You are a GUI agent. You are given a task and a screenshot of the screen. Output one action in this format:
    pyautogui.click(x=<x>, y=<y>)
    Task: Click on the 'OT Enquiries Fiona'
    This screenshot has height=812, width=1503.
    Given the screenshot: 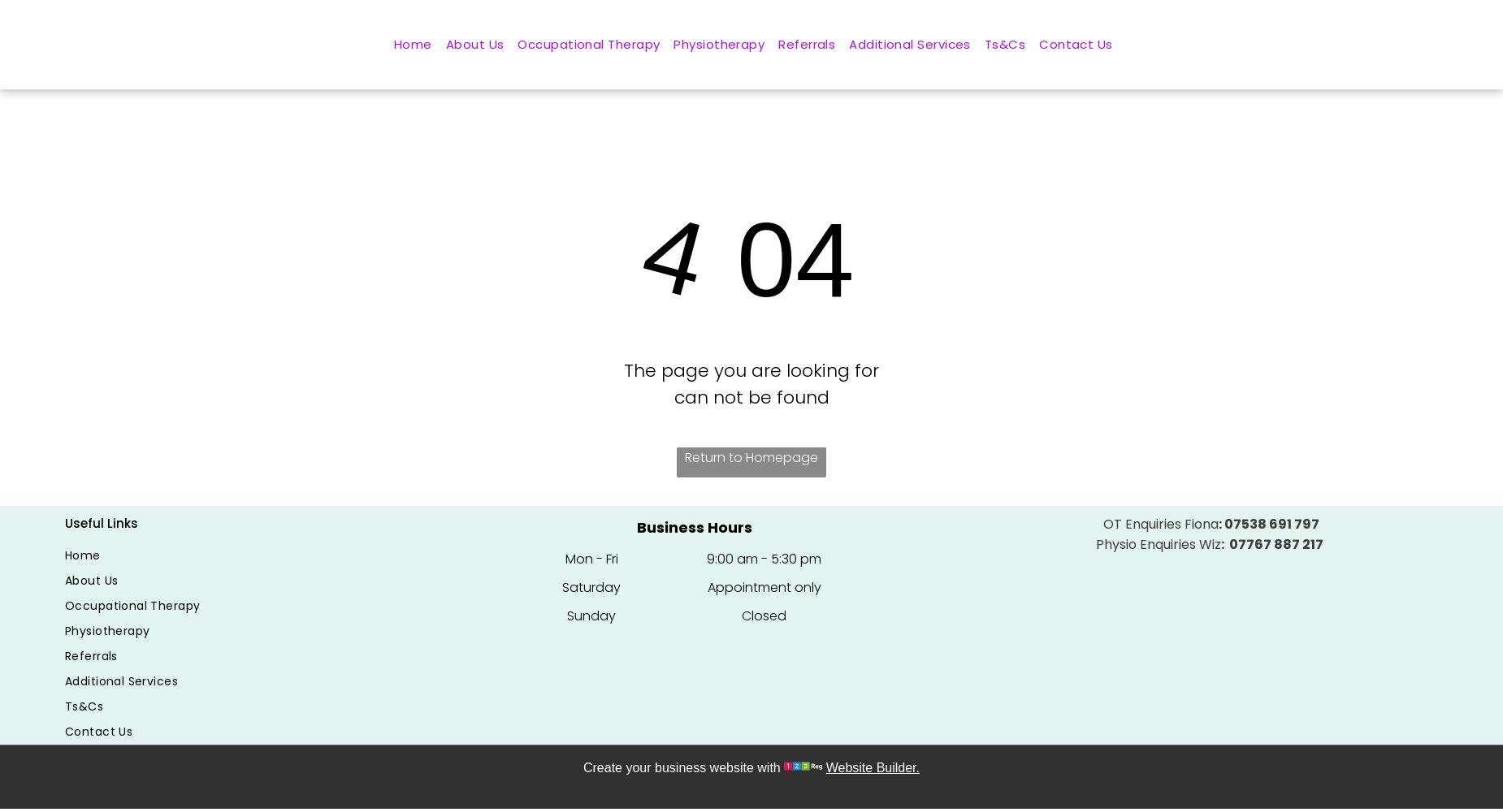 What is the action you would take?
    pyautogui.click(x=1159, y=523)
    